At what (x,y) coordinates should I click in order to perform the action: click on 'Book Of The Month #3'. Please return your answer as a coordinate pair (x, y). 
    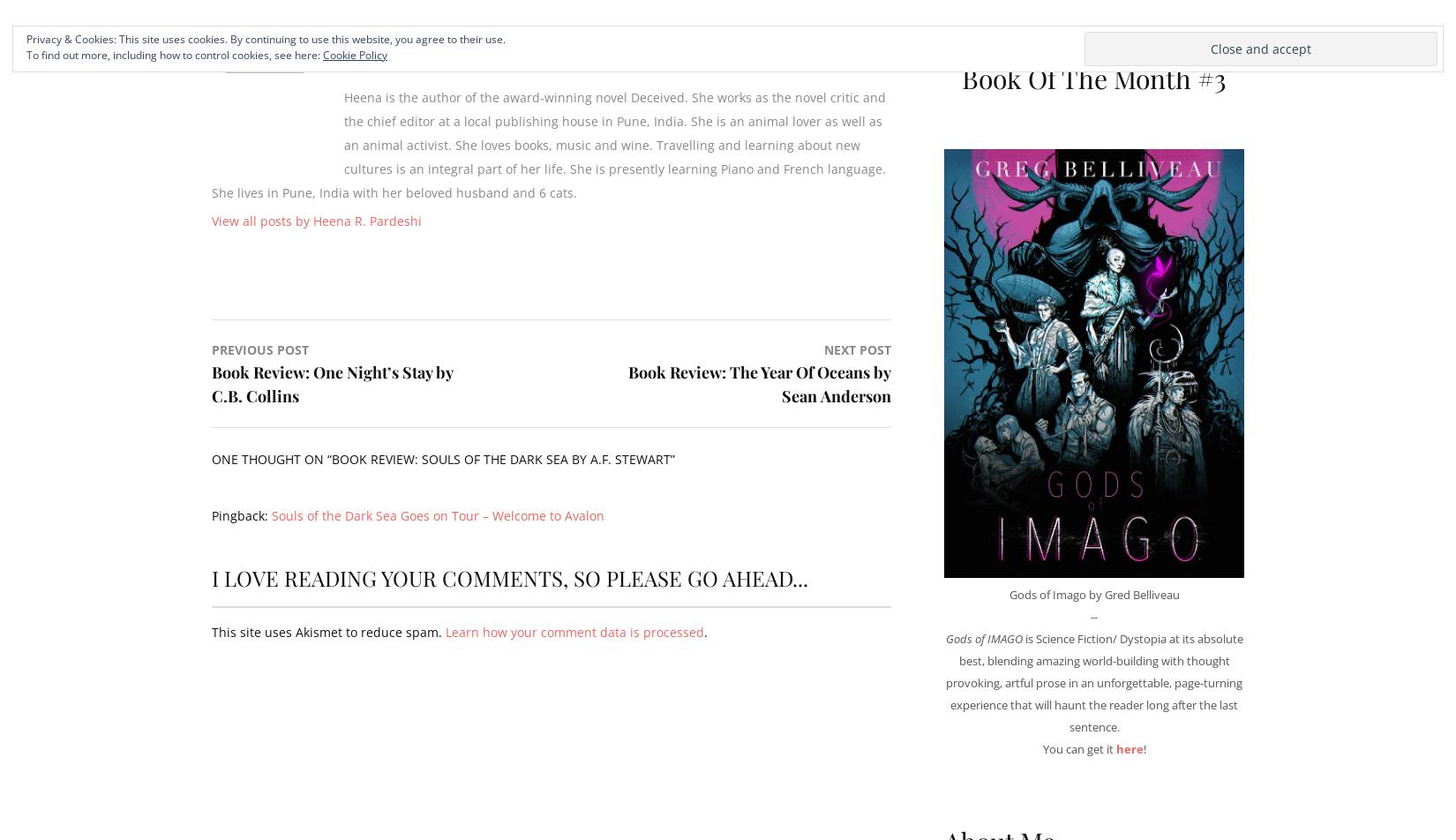
    Looking at the image, I should click on (1092, 79).